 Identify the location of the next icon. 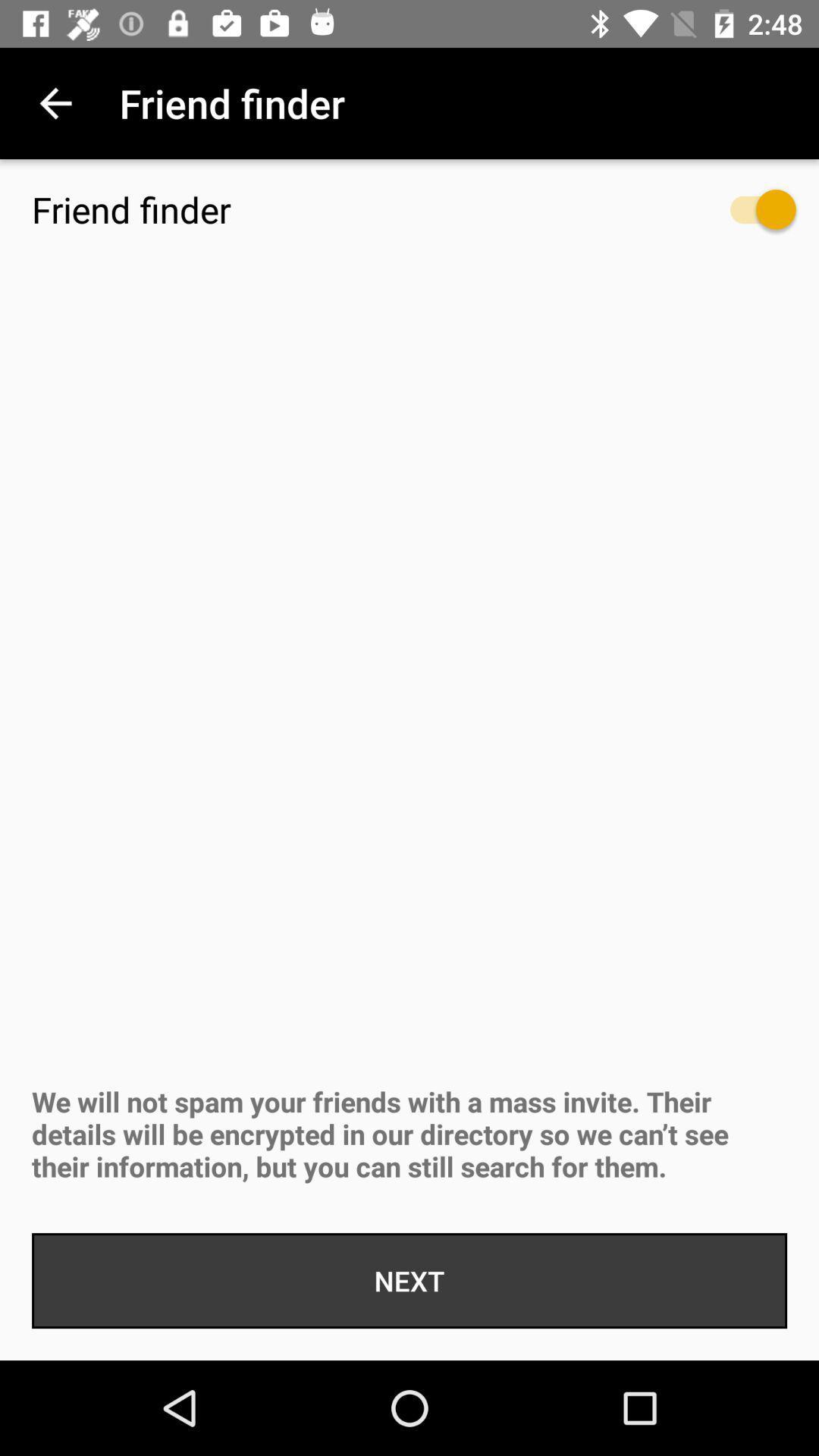
(409, 1280).